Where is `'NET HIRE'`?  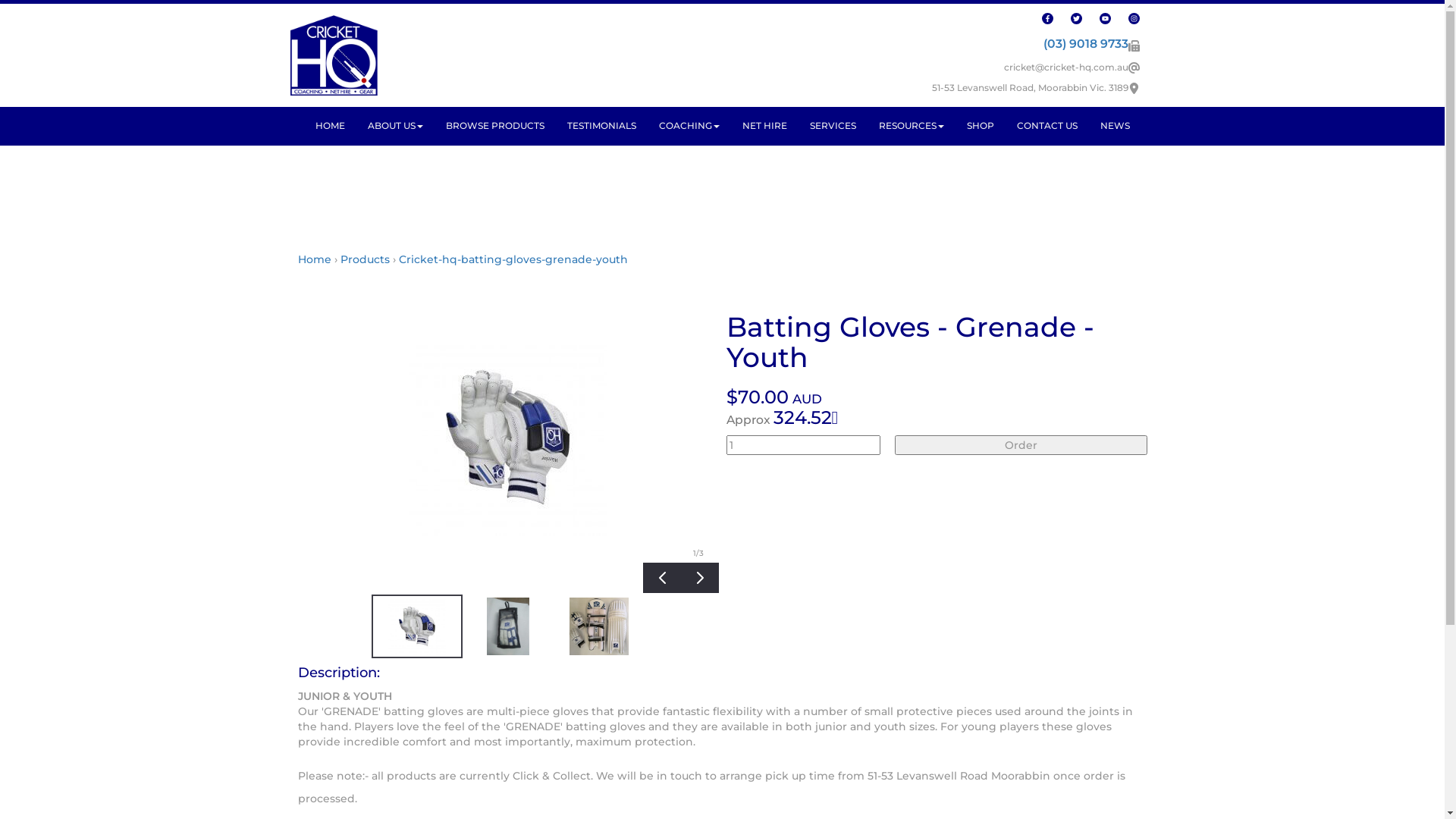 'NET HIRE' is located at coordinates (731, 124).